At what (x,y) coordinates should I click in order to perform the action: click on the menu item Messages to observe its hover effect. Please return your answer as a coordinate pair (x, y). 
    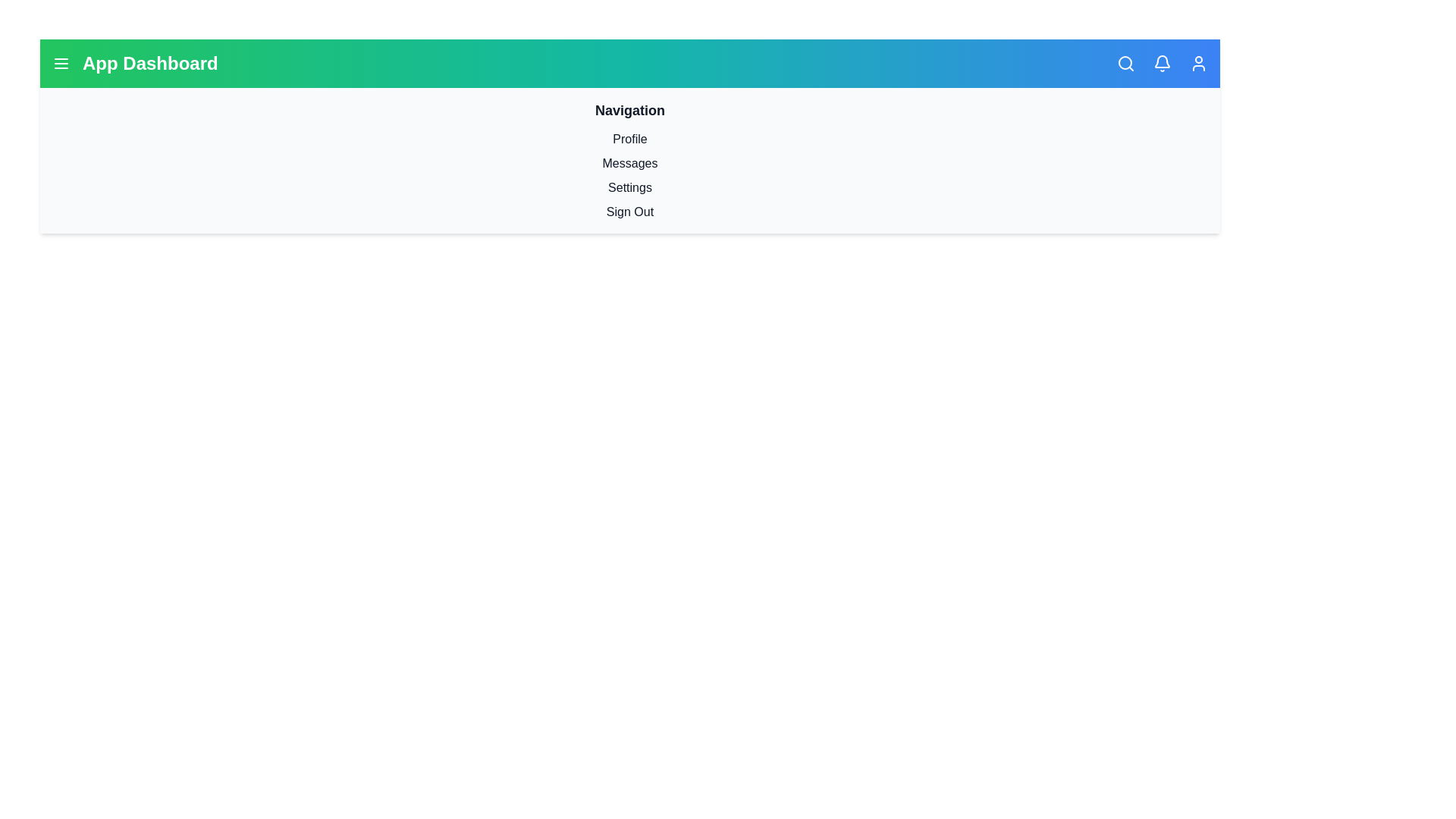
    Looking at the image, I should click on (629, 164).